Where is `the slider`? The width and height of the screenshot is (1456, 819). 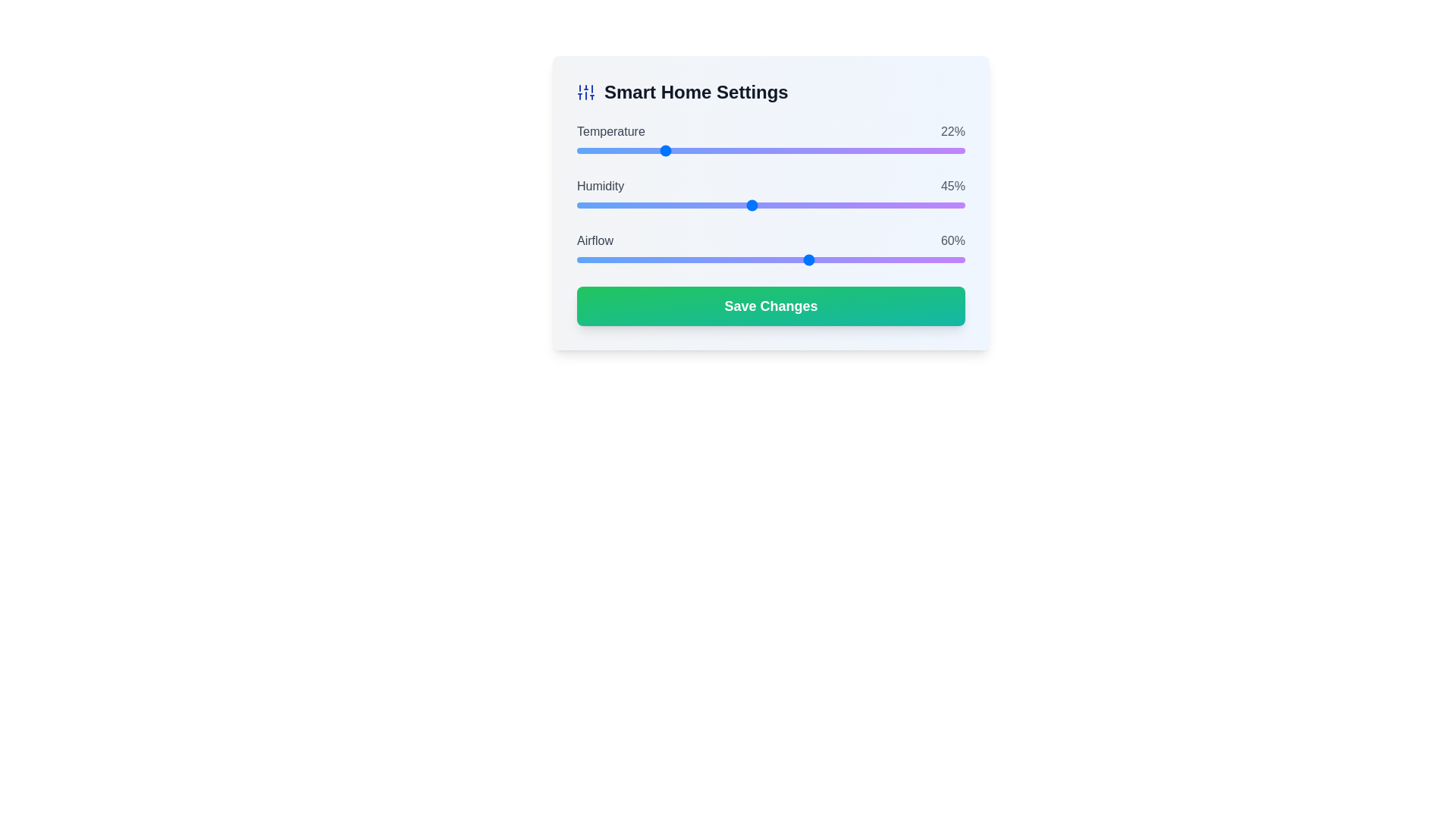 the slider is located at coordinates (789, 151).